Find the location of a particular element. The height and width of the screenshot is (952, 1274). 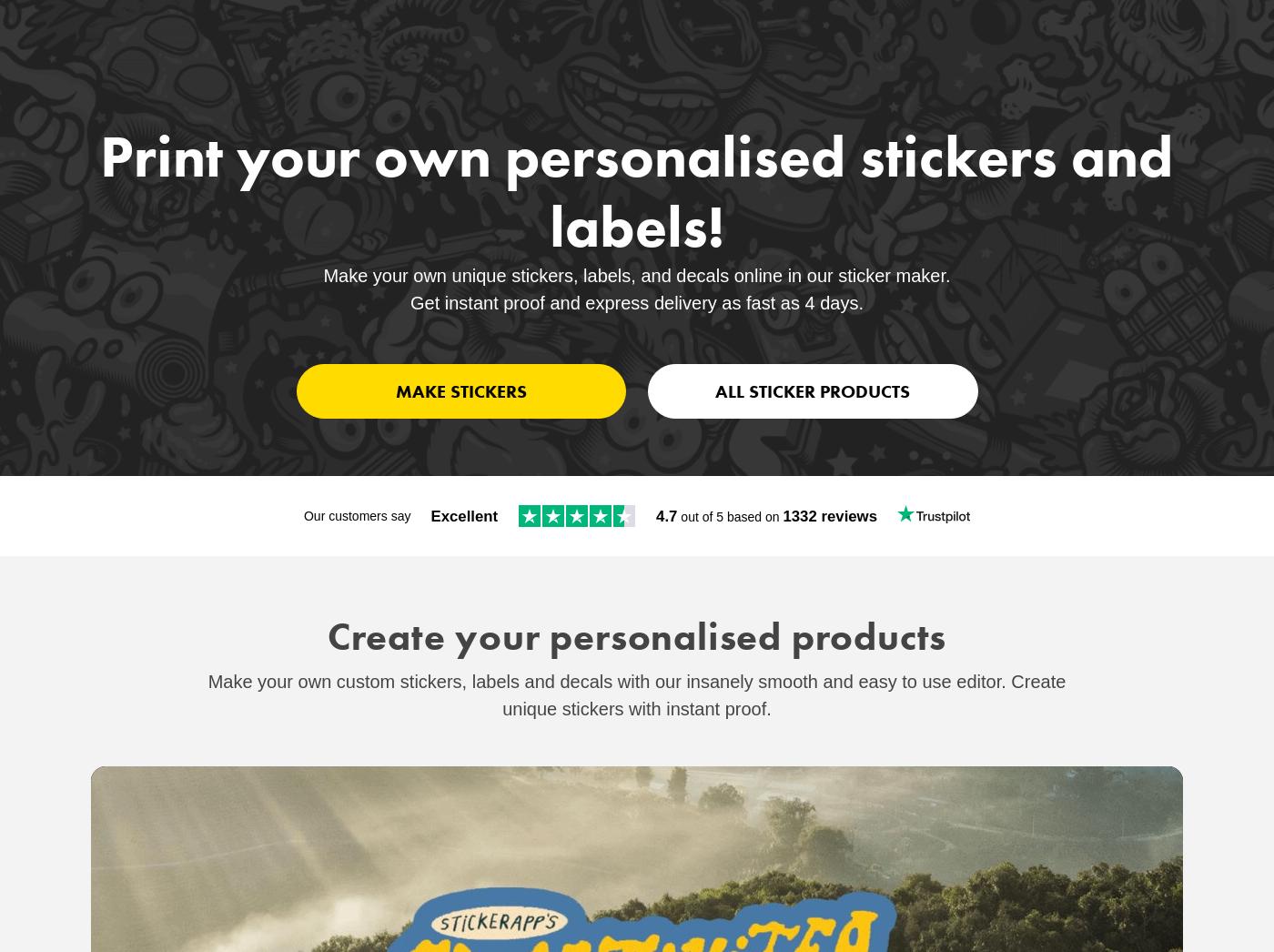

'For businesses' is located at coordinates (1067, 44).